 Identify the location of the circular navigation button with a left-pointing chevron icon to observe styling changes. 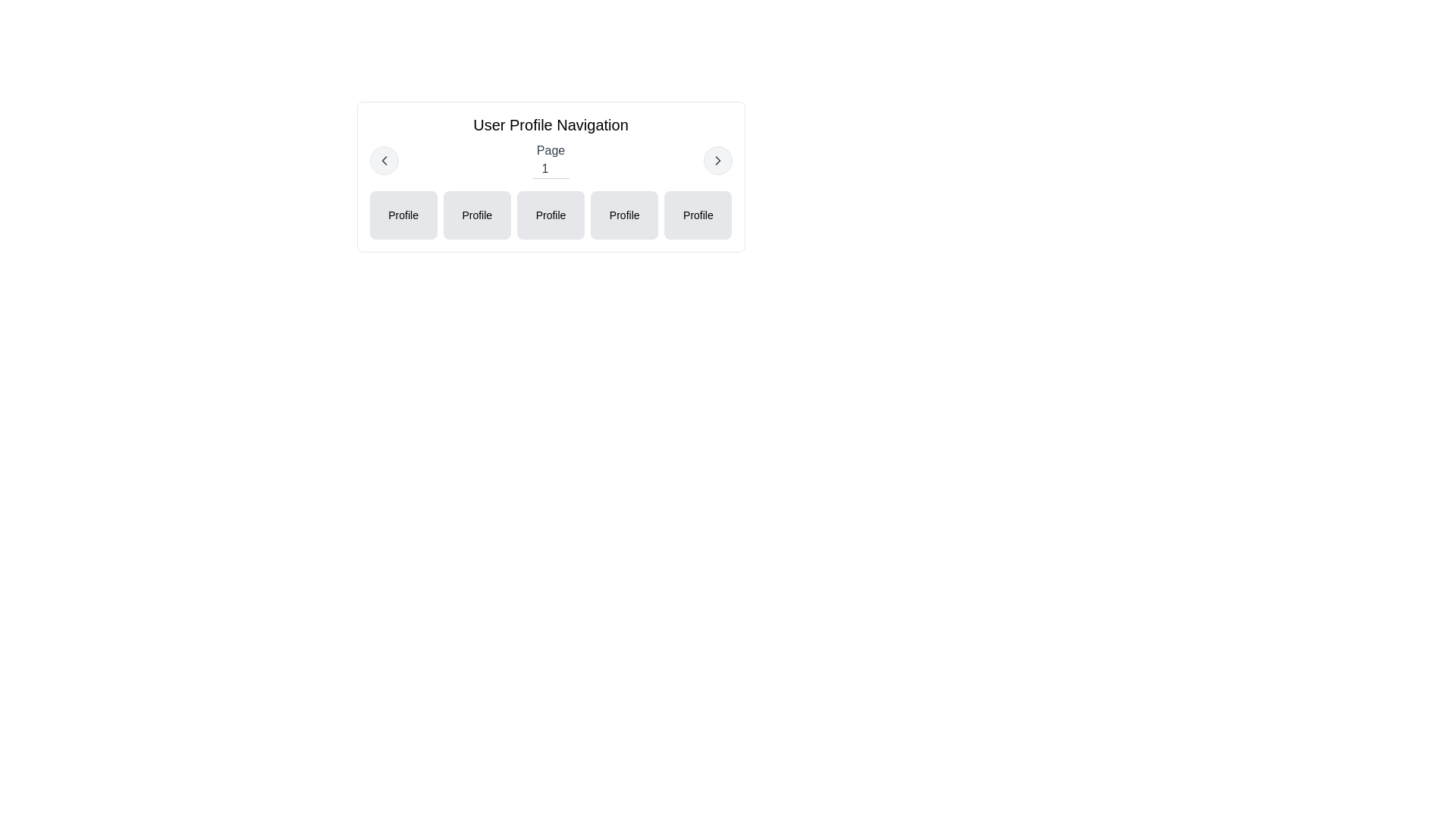
(384, 160).